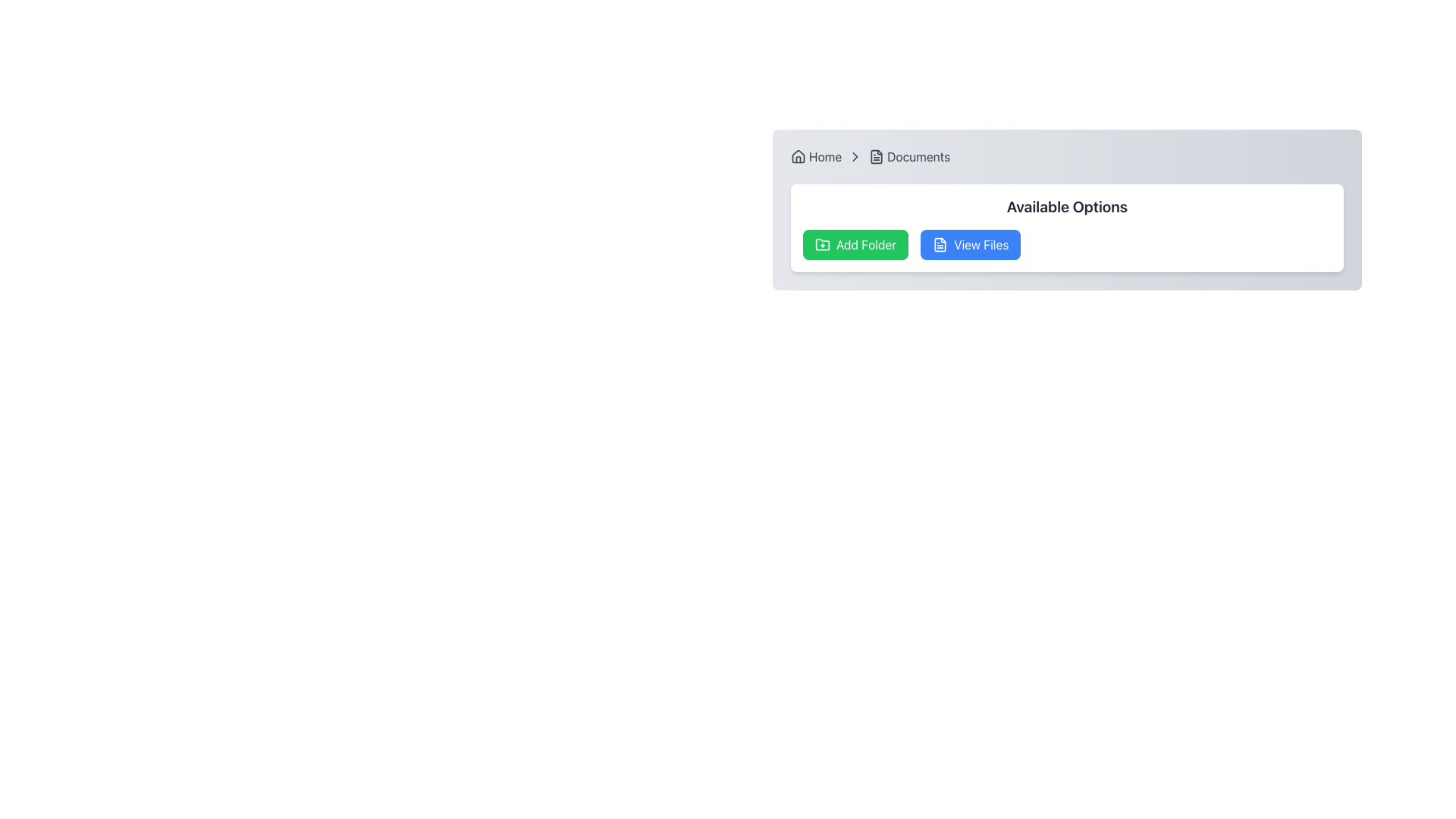 The width and height of the screenshot is (1456, 819). Describe the element at coordinates (940, 244) in the screenshot. I see `the 'View Files' button that contains the file indicator icon` at that location.